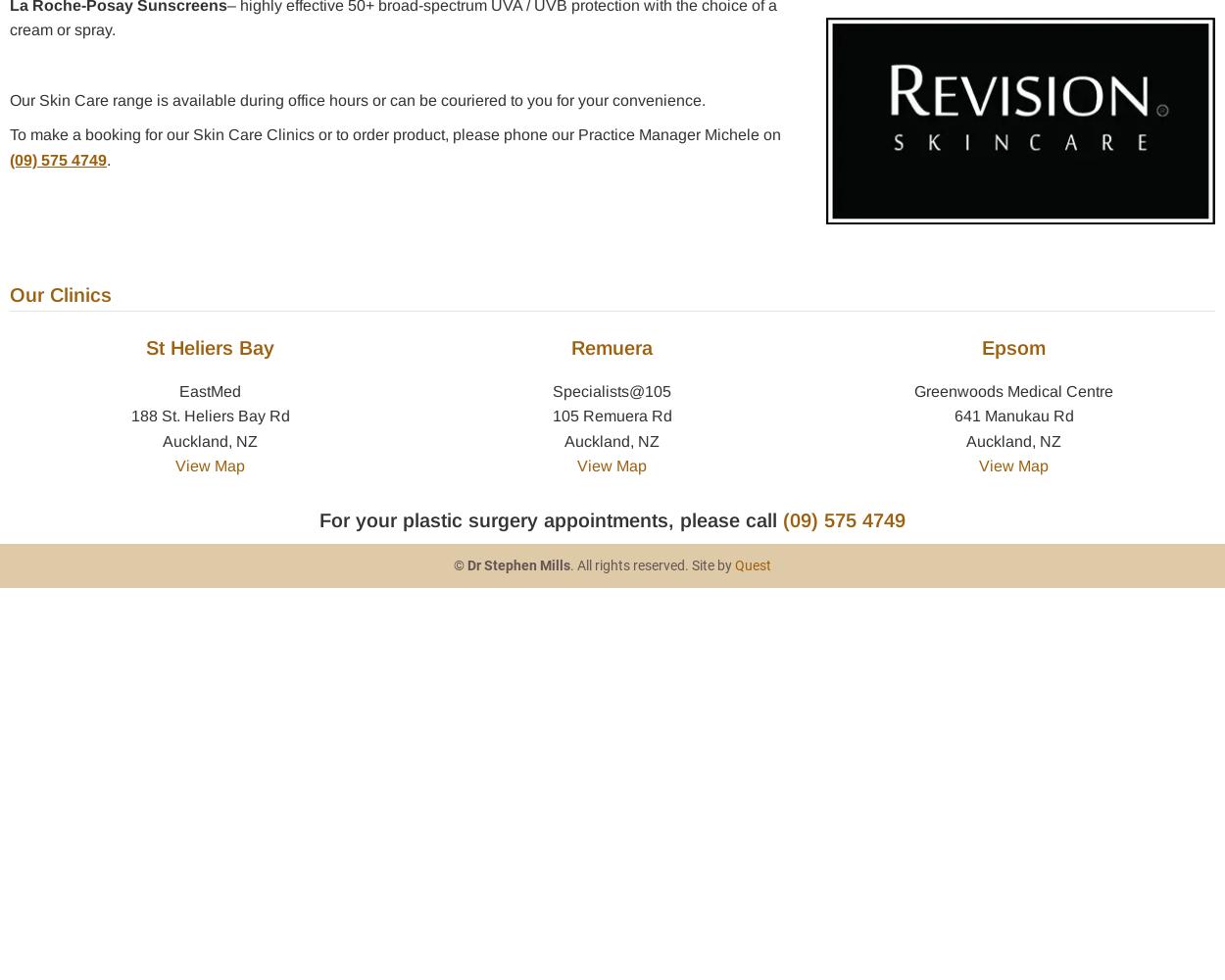 This screenshot has width=1225, height=980. Describe the element at coordinates (209, 416) in the screenshot. I see `'188 St. Heliers Bay Rd'` at that location.